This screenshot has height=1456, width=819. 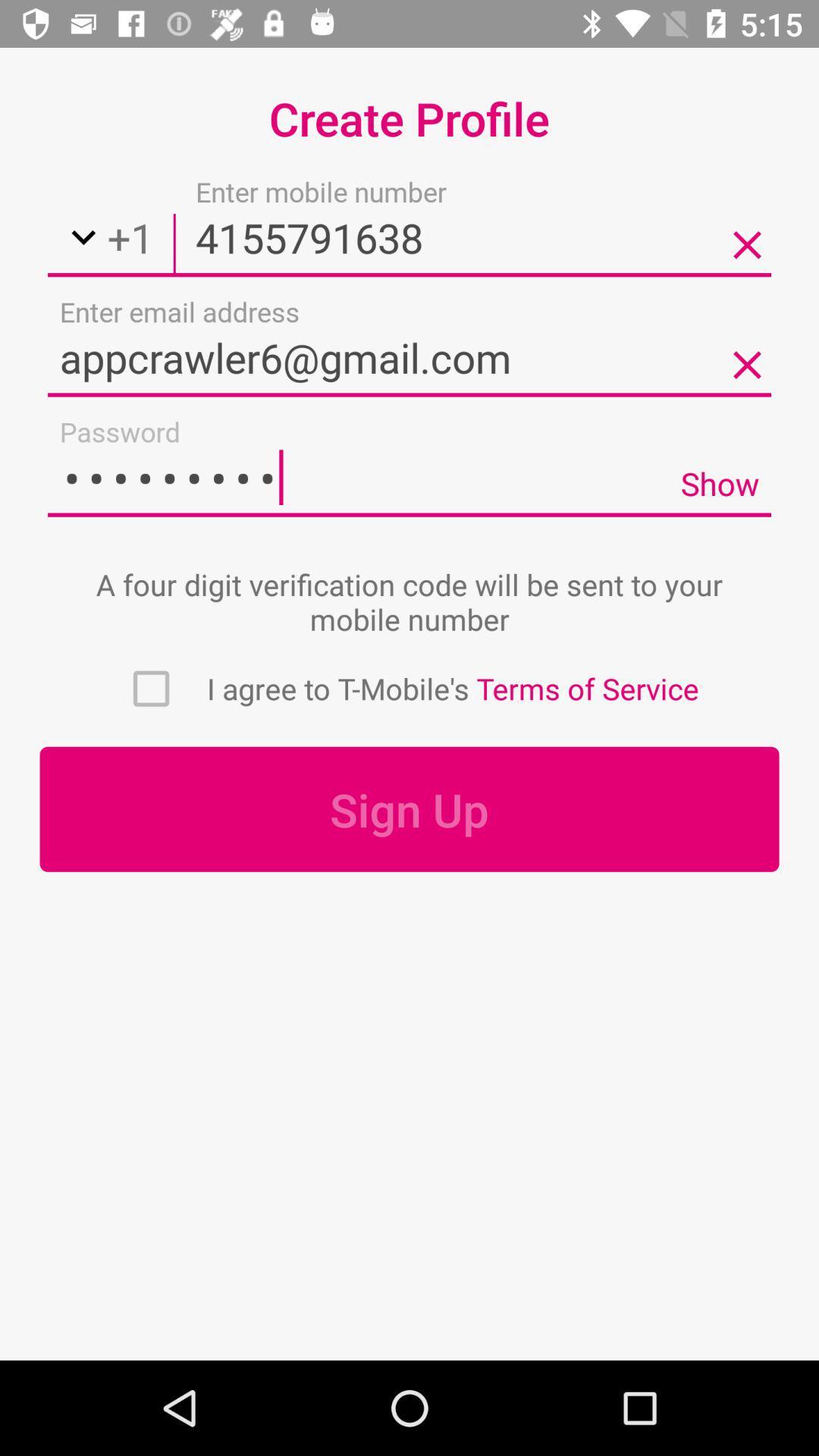 What do you see at coordinates (151, 688) in the screenshot?
I see `free dictionary` at bounding box center [151, 688].